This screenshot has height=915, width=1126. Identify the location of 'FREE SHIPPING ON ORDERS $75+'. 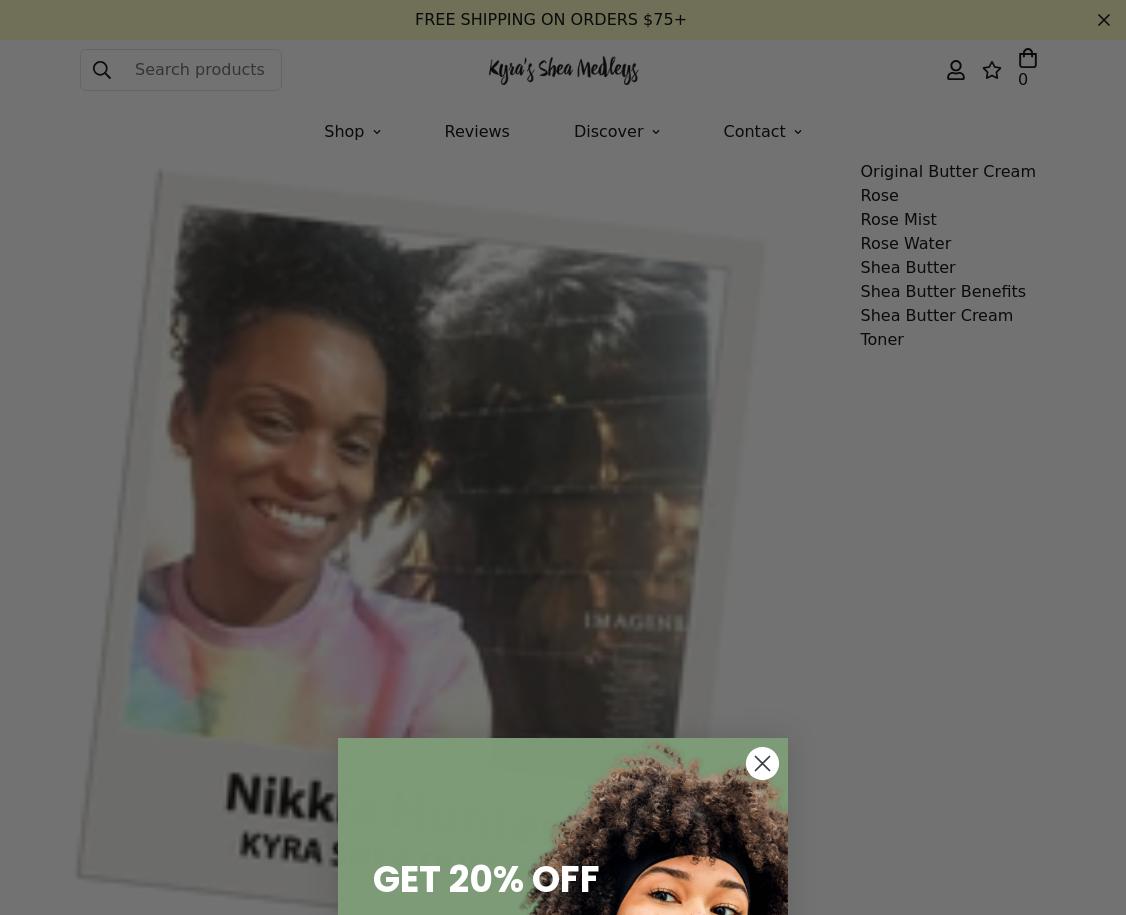
(550, 19).